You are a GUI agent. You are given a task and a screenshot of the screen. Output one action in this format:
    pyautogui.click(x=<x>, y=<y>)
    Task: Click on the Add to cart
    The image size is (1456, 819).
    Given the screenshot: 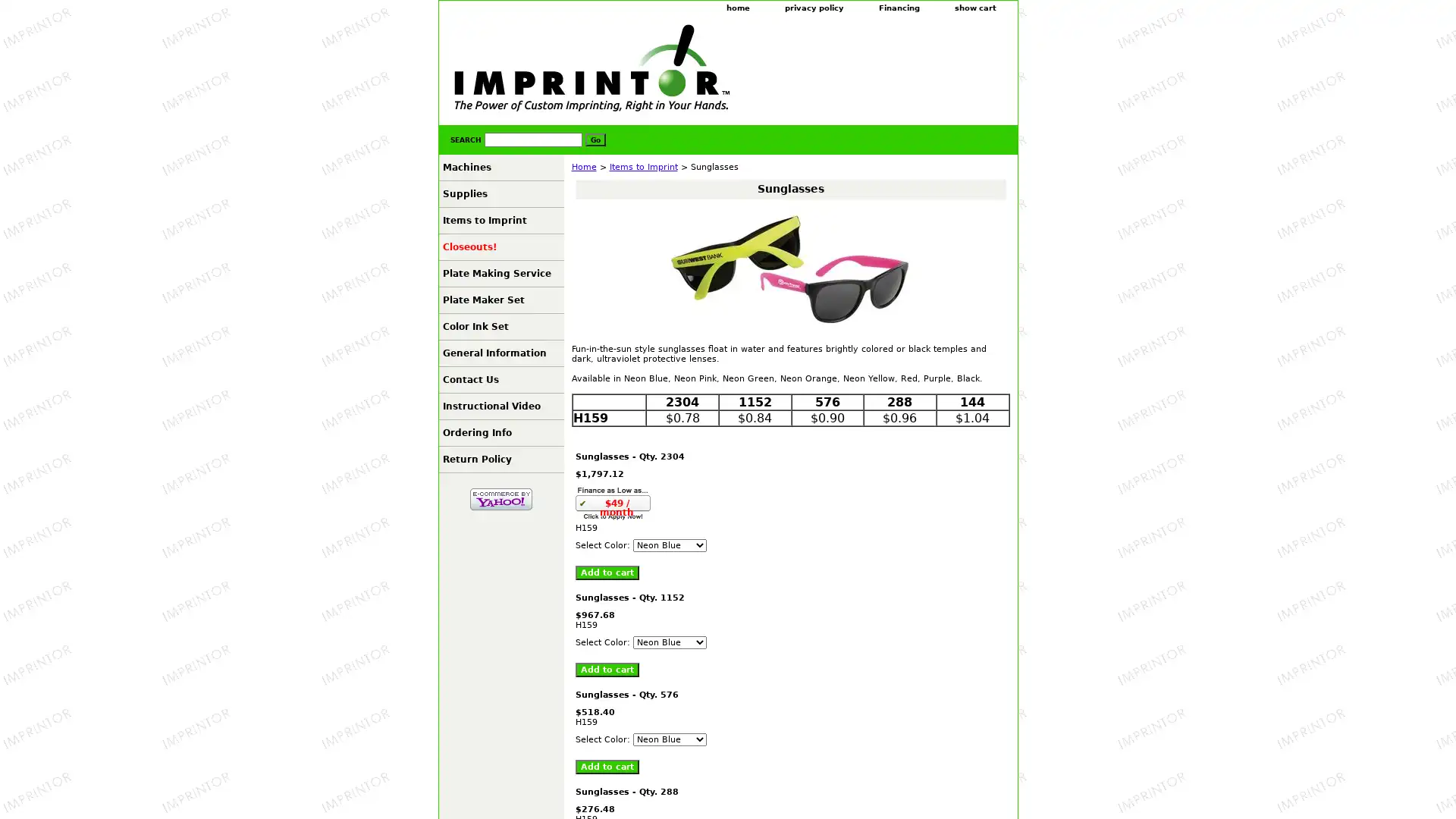 What is the action you would take?
    pyautogui.click(x=607, y=767)
    